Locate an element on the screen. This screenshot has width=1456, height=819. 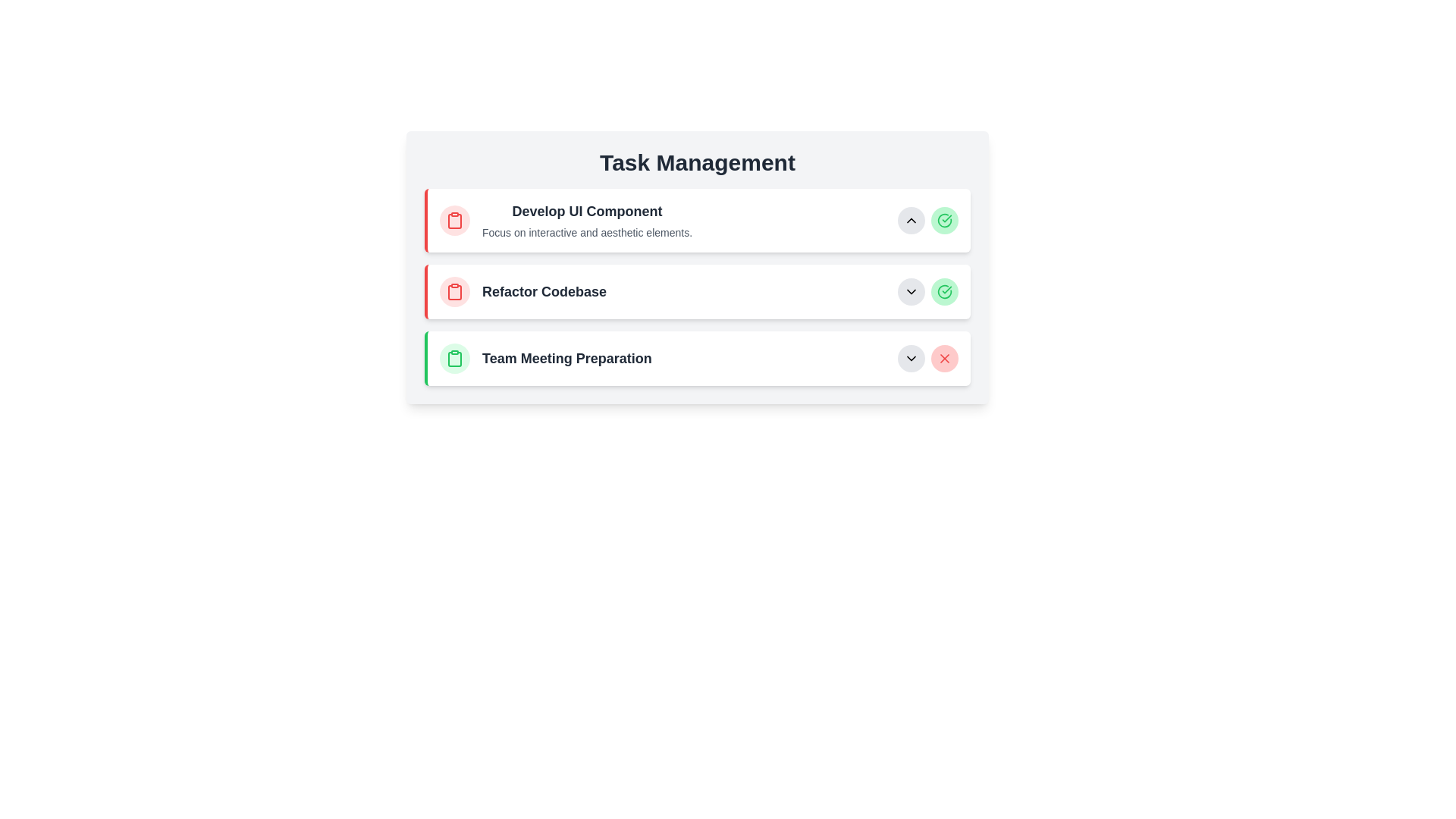
the delete button located at the far right of the third horizontal task entry is located at coordinates (944, 359).